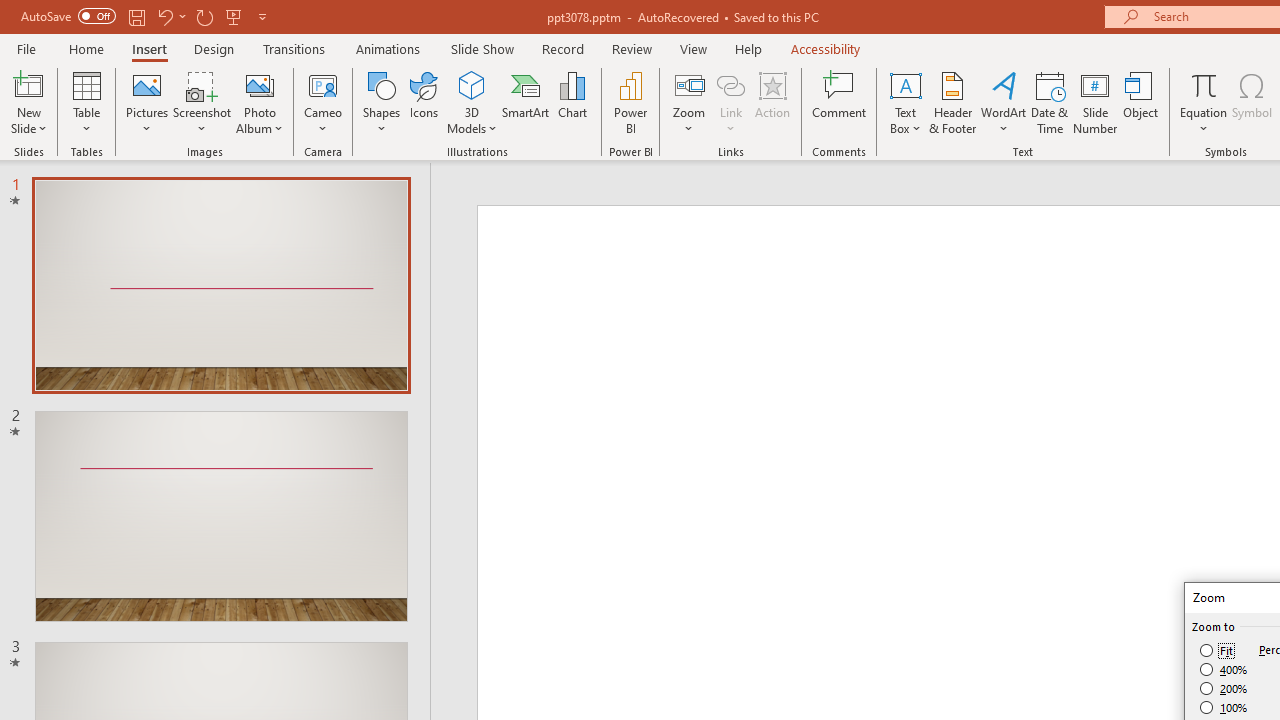 The image size is (1280, 720). I want to click on 'Link', so click(730, 103).